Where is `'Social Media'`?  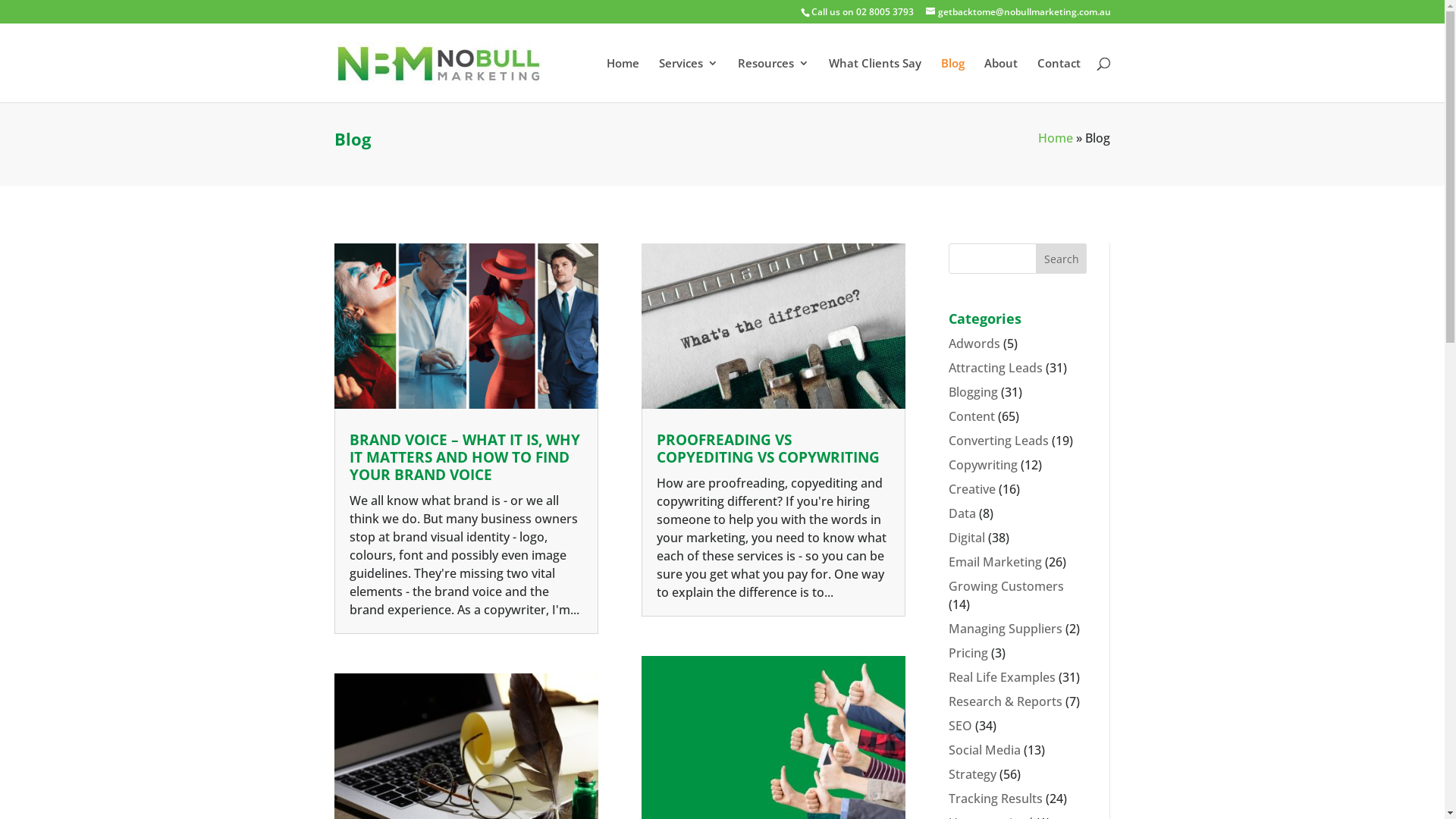
'Social Media' is located at coordinates (948, 748).